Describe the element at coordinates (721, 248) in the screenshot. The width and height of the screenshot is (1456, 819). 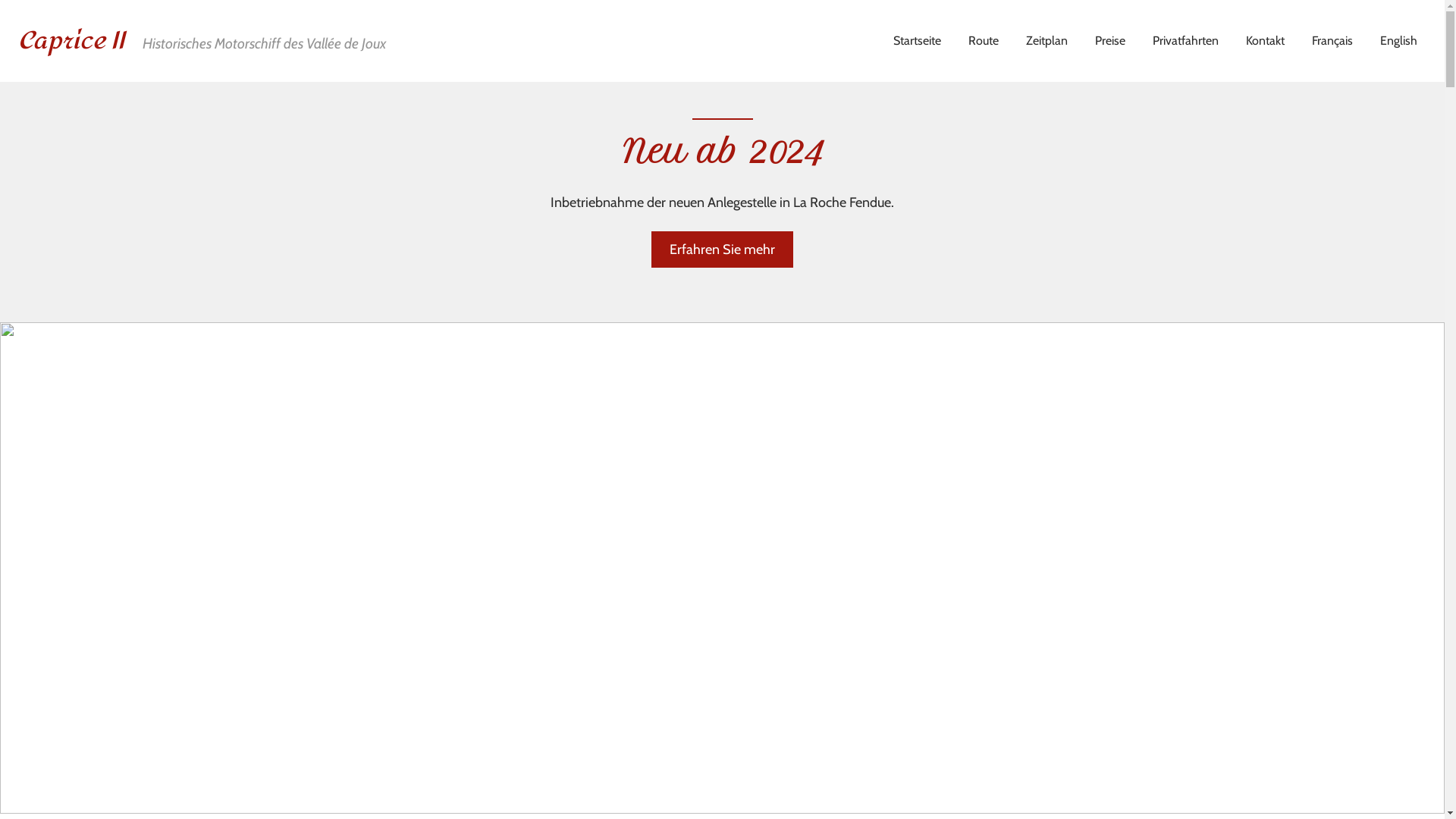
I see `'Erfahren Sie mehr'` at that location.